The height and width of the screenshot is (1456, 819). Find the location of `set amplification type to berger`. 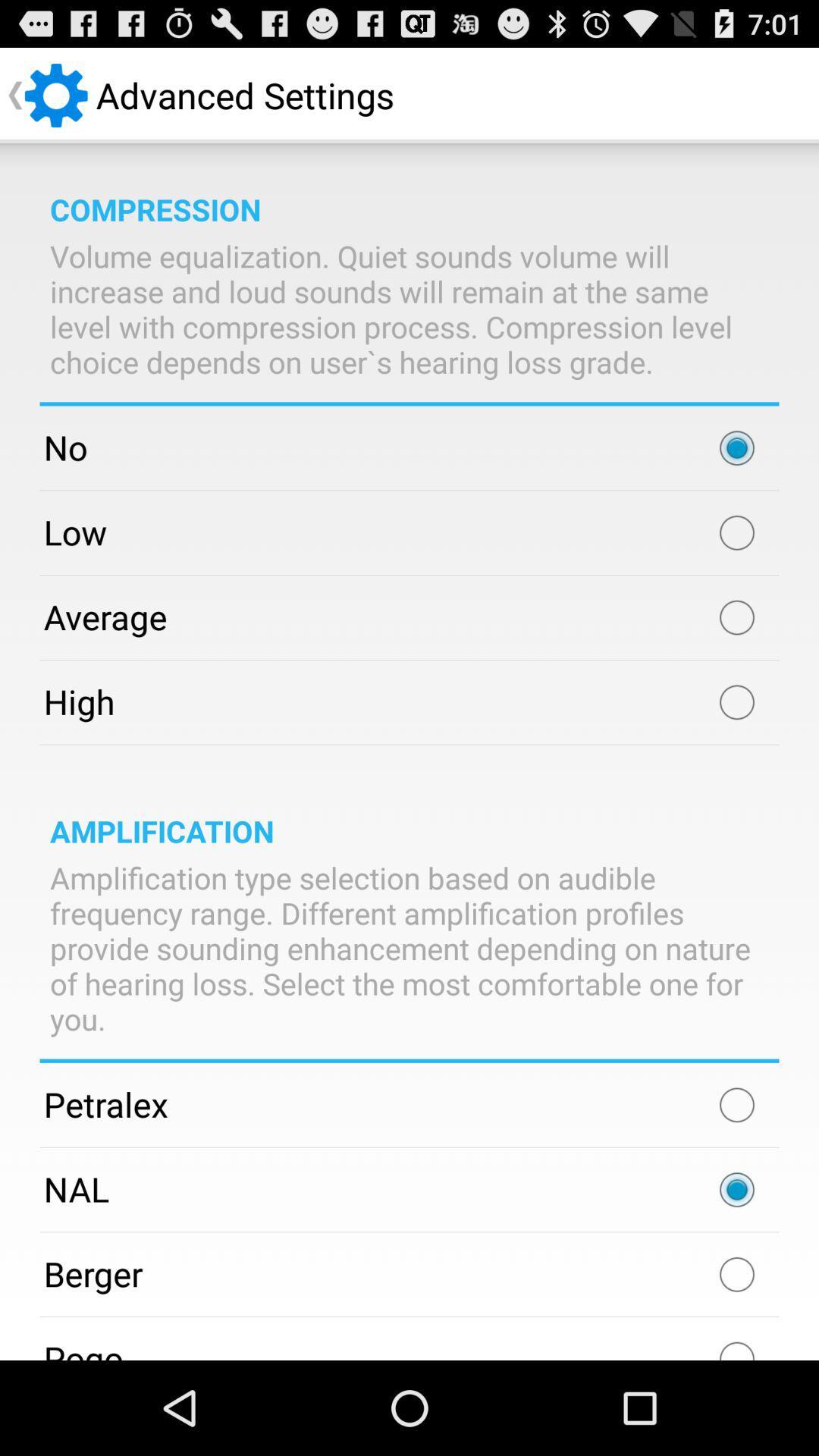

set amplification type to berger is located at coordinates (736, 1274).